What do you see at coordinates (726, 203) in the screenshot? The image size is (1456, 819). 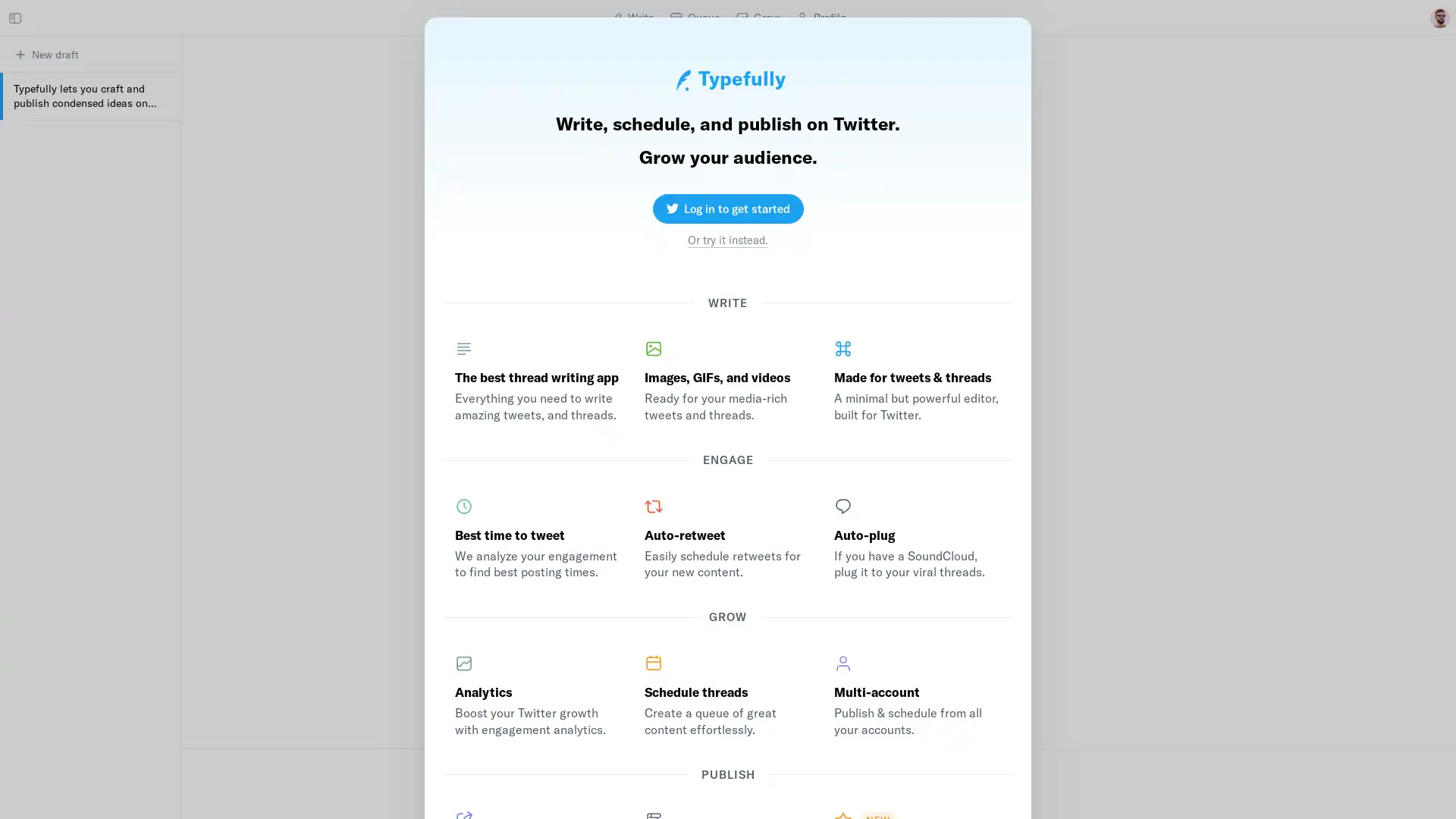 I see `Log in to get started` at bounding box center [726, 203].